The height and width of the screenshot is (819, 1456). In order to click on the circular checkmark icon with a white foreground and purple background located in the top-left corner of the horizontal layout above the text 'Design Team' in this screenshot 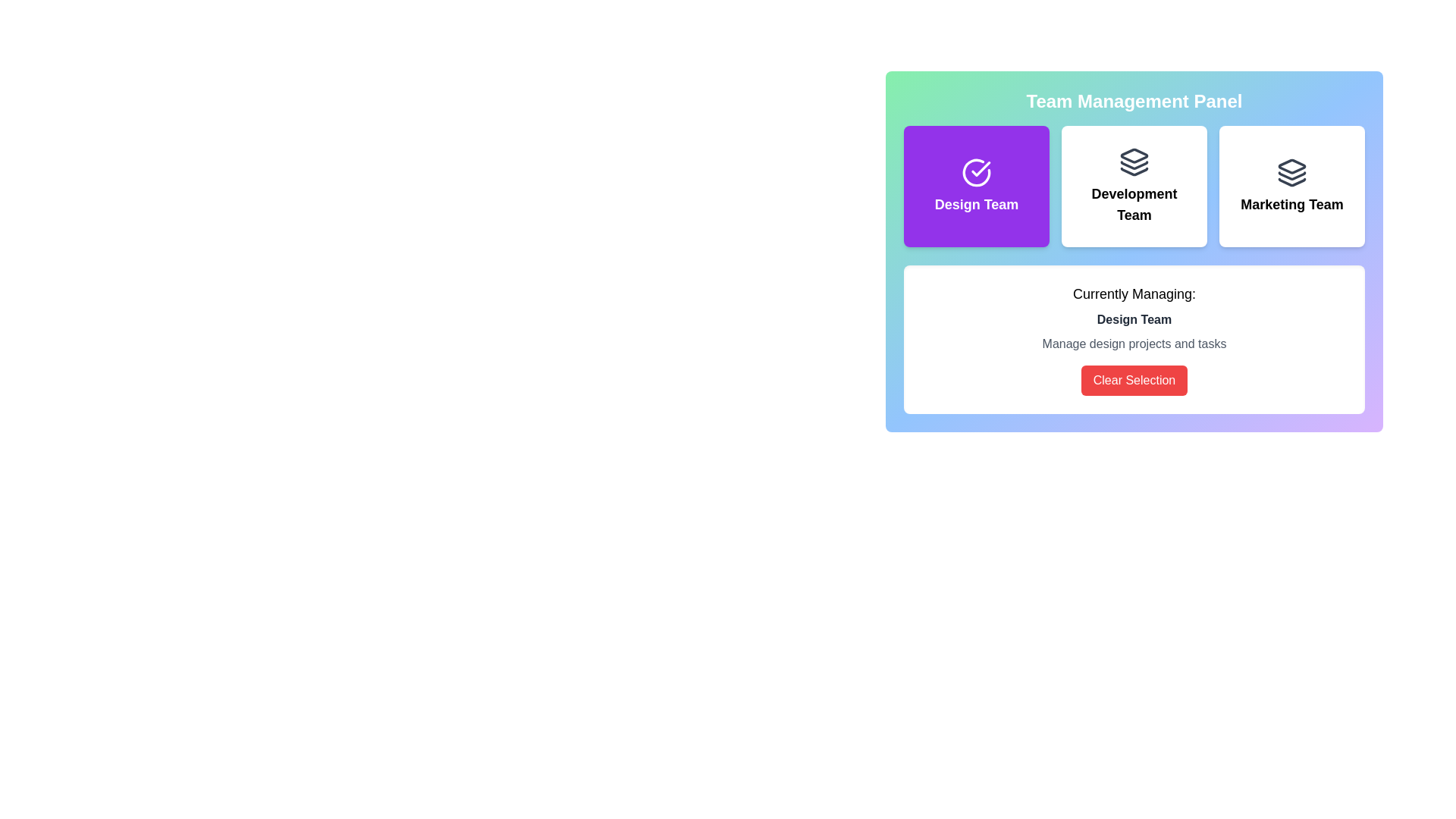, I will do `click(976, 171)`.